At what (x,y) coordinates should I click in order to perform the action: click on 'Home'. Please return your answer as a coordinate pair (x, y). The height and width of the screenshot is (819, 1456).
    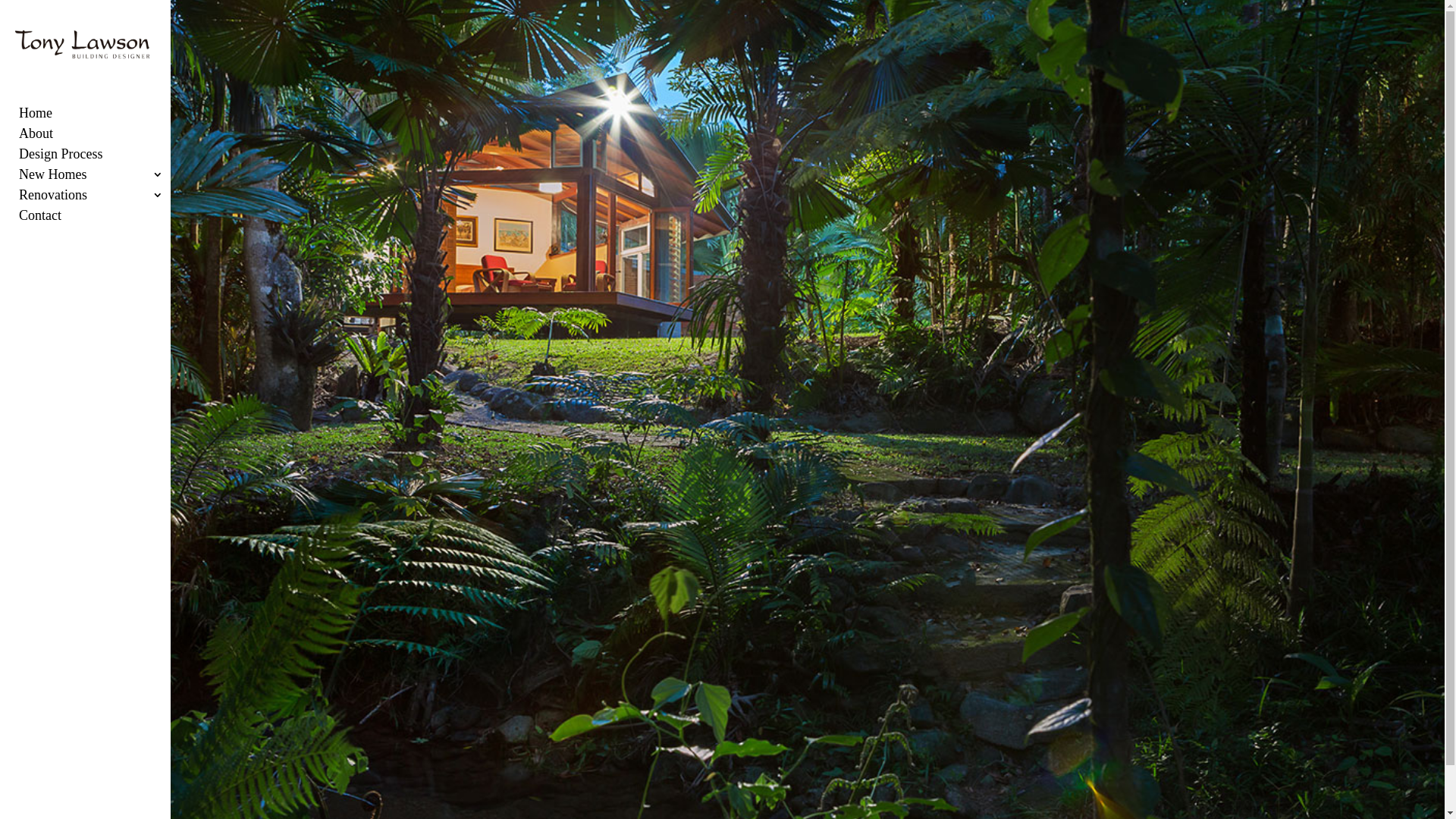
    Looking at the image, I should click on (101, 117).